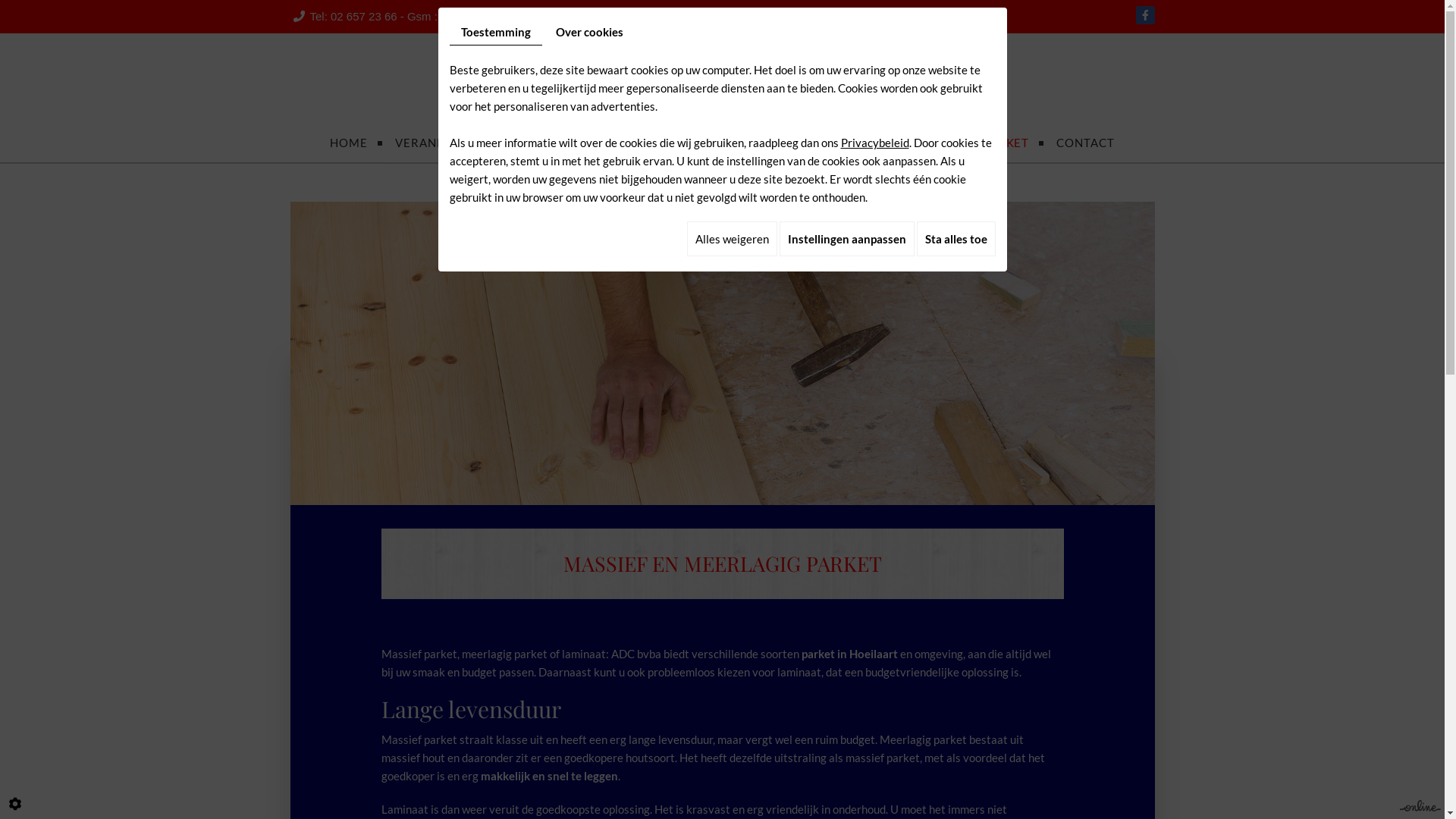 Image resolution: width=1456 pixels, height=819 pixels. Describe the element at coordinates (732, 239) in the screenshot. I see `'Alles weigeren'` at that location.